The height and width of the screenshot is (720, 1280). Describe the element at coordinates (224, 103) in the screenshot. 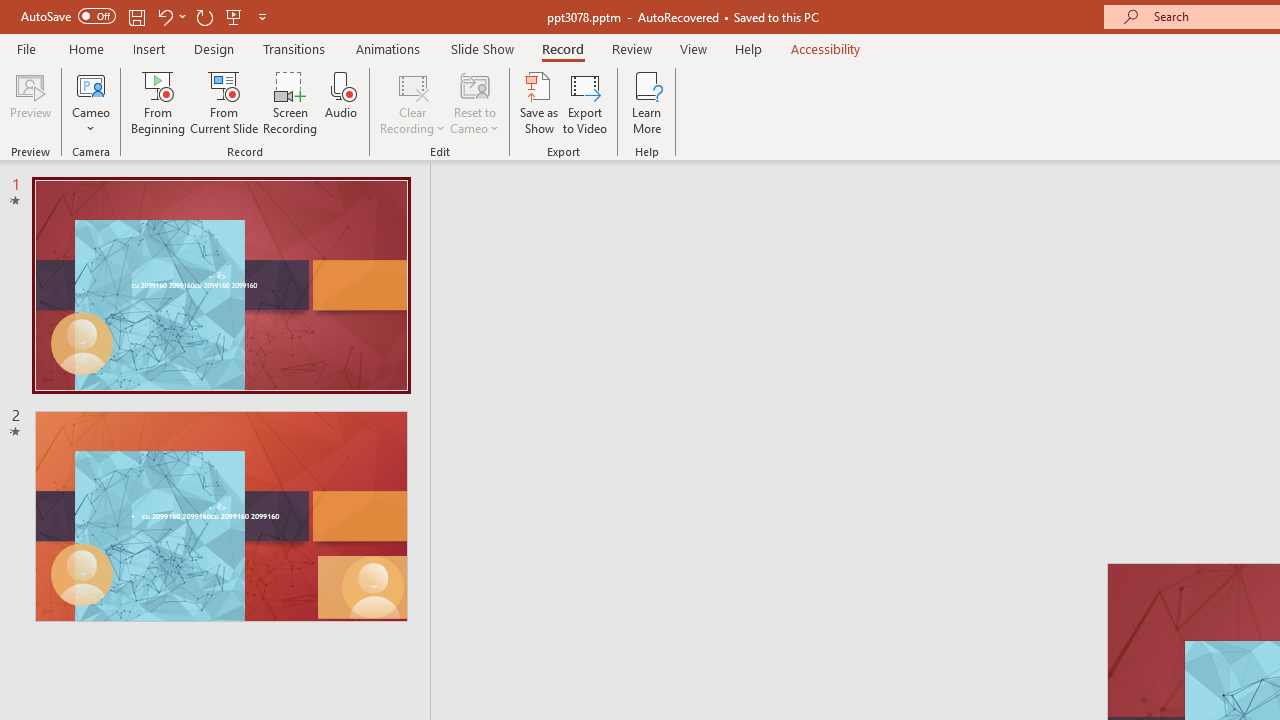

I see `'From Current Slide...'` at that location.